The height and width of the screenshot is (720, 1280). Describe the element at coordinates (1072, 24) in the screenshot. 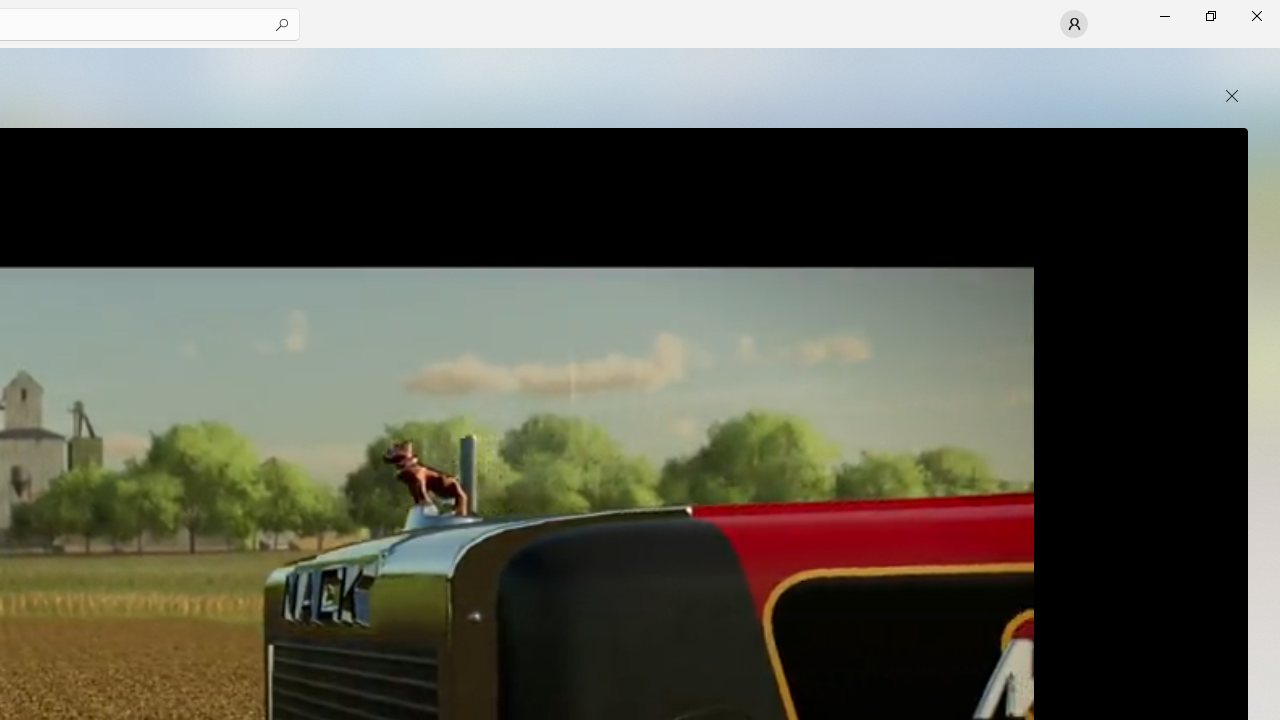

I see `'User profile'` at that location.